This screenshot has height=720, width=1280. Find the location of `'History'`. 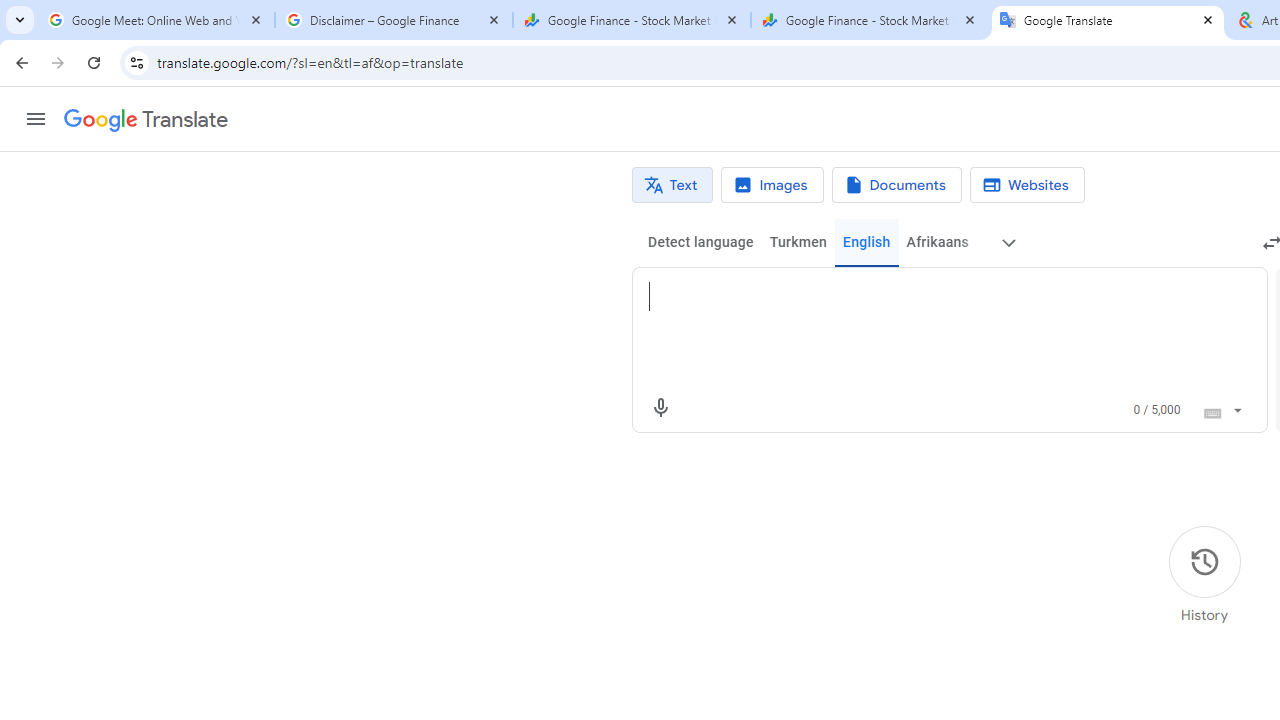

'History' is located at coordinates (1203, 575).